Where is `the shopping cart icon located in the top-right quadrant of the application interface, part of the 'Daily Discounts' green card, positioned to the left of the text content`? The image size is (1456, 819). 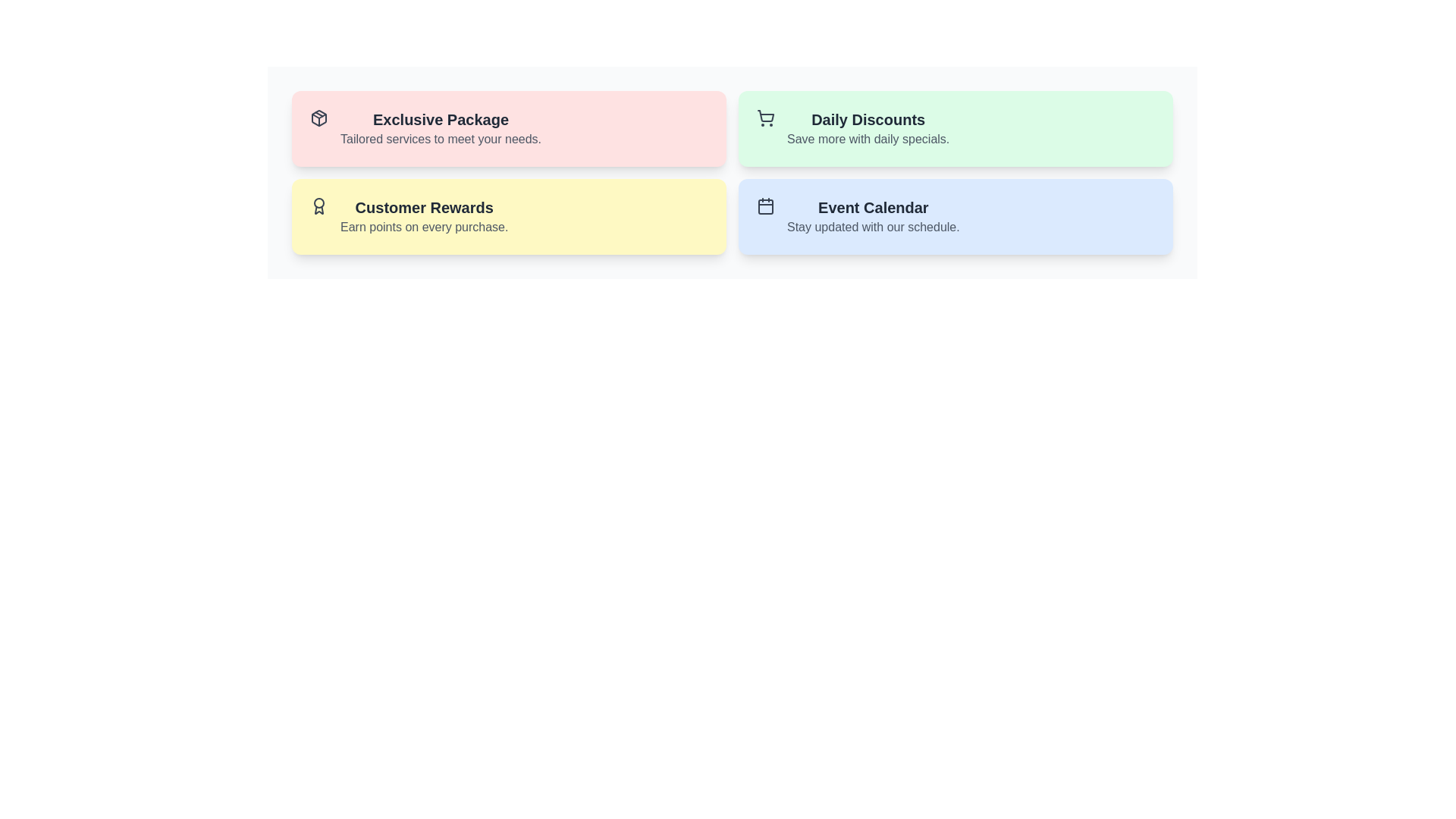
the shopping cart icon located in the top-right quadrant of the application interface, part of the 'Daily Discounts' green card, positioned to the left of the text content is located at coordinates (766, 115).